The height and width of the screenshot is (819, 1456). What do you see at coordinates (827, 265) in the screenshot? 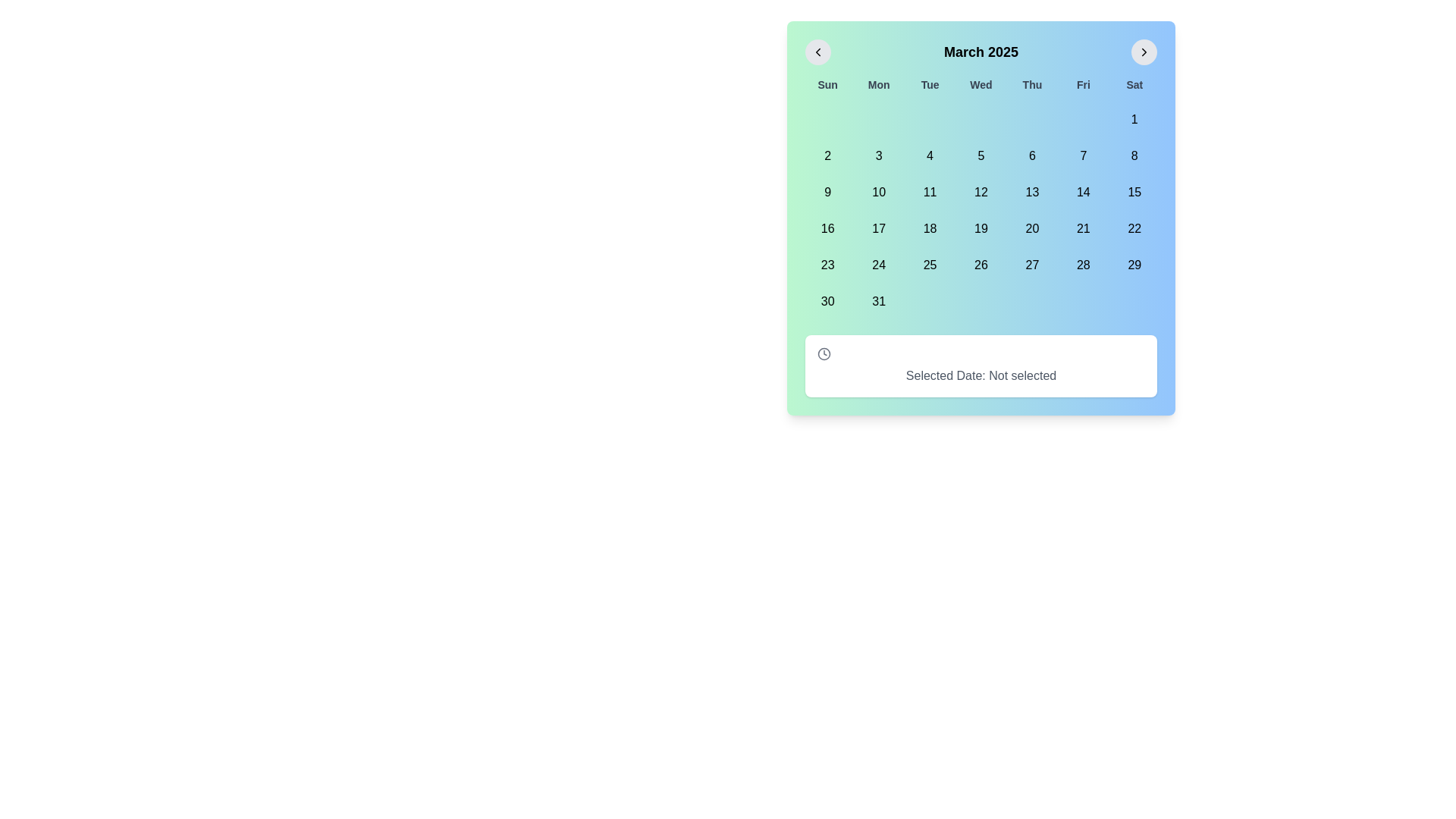
I see `the button representing the day '23' in the calendar view` at bounding box center [827, 265].